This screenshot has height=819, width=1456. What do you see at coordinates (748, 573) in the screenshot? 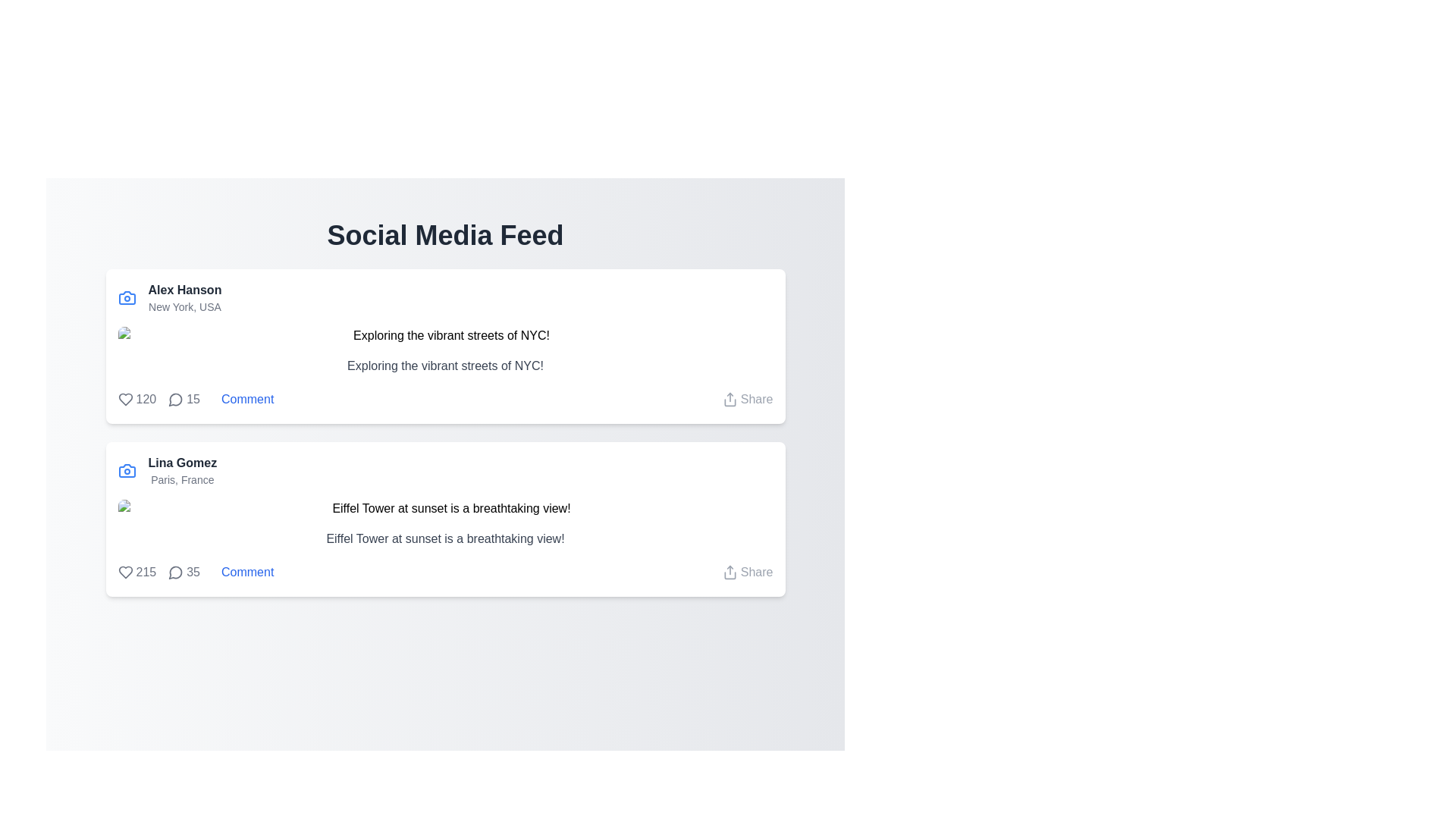
I see `the share button located in the lower right corner of the second post to observe a change in styling` at bounding box center [748, 573].